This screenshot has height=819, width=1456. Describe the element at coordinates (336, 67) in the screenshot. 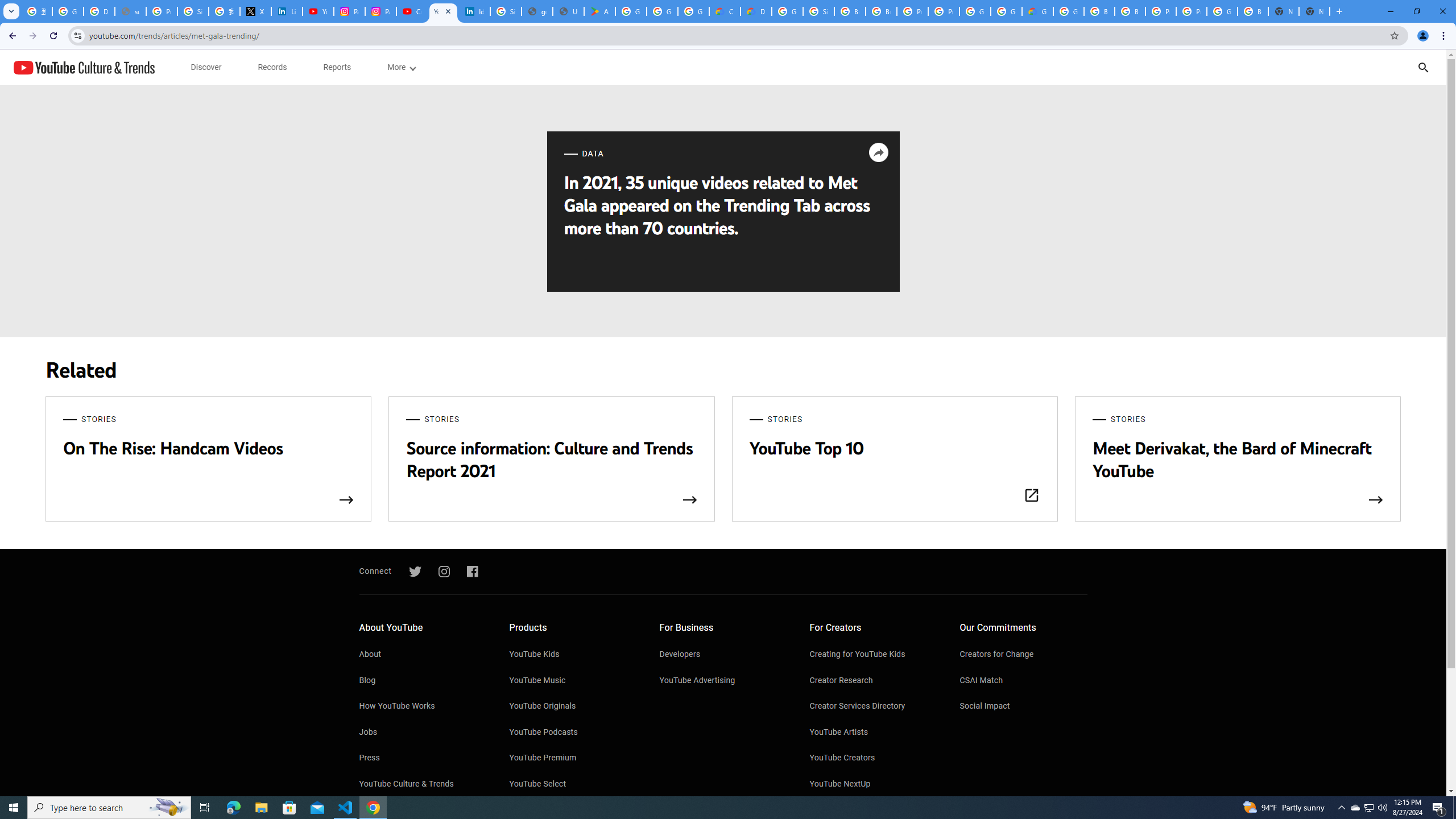

I see `'subnav-Reports menupopup'` at that location.